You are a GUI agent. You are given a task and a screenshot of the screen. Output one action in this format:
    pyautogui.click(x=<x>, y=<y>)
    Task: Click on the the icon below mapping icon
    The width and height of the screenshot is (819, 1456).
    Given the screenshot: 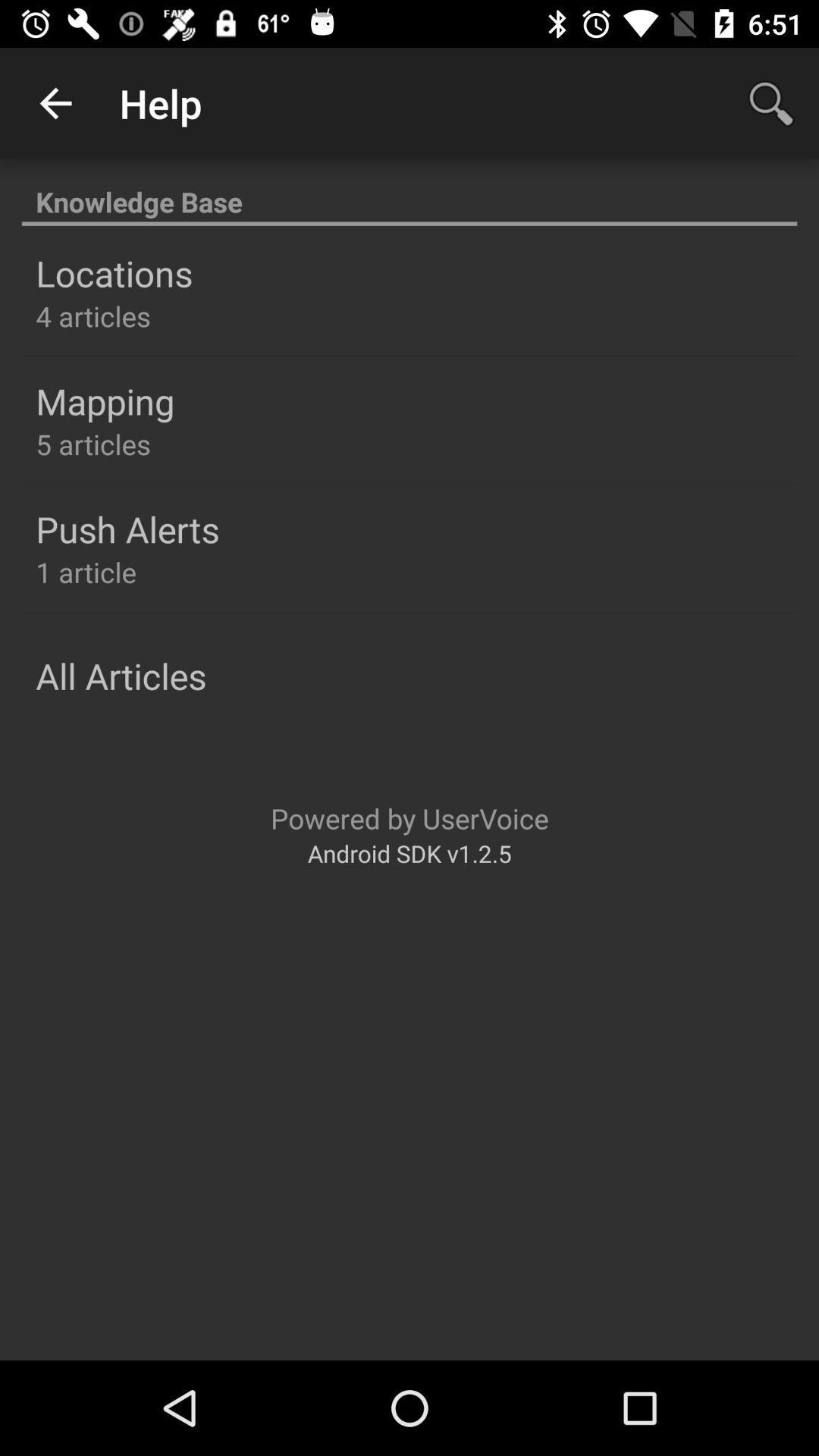 What is the action you would take?
    pyautogui.click(x=93, y=443)
    